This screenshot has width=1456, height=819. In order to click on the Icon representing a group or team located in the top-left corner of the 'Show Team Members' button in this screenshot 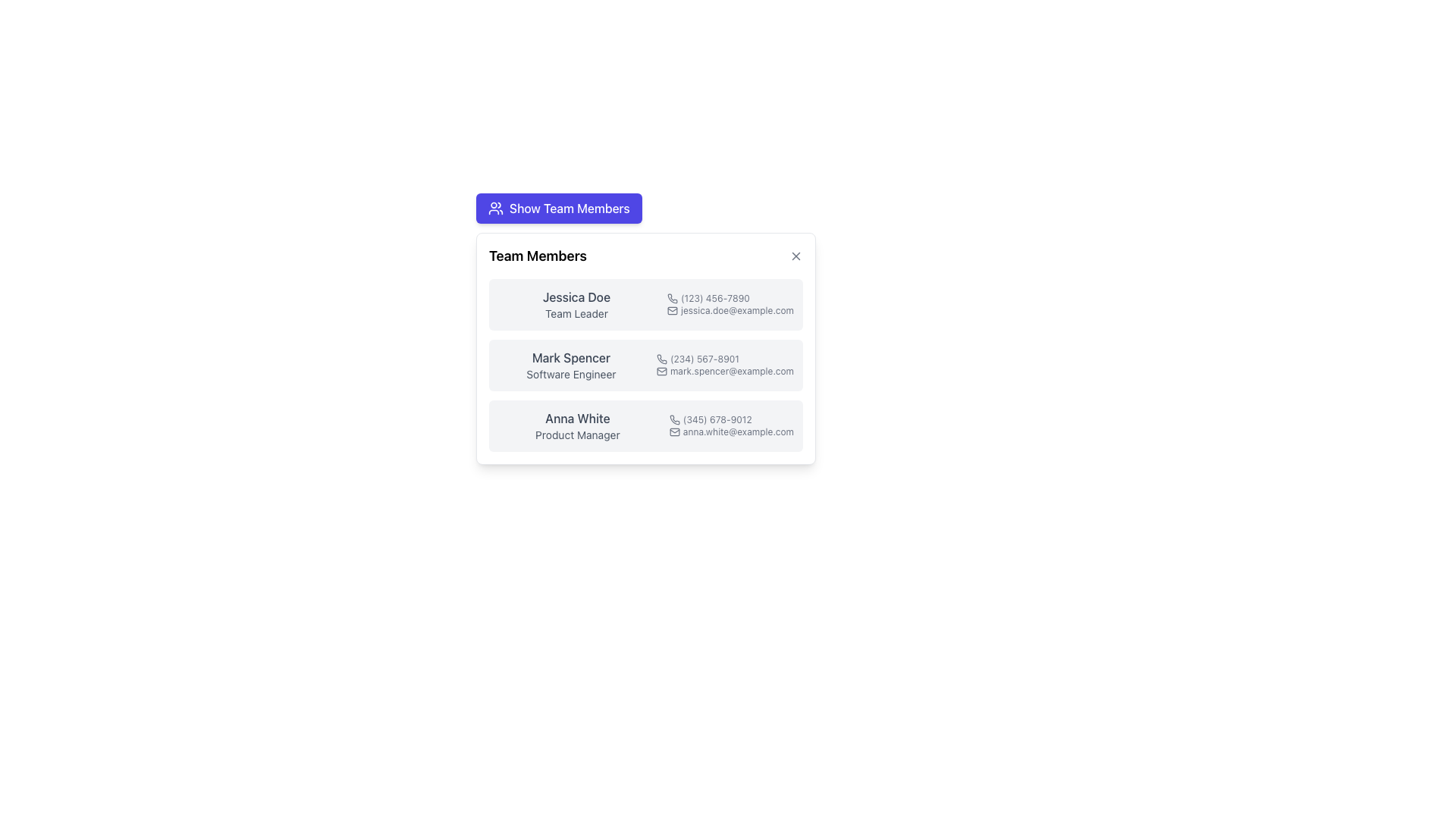, I will do `click(495, 208)`.